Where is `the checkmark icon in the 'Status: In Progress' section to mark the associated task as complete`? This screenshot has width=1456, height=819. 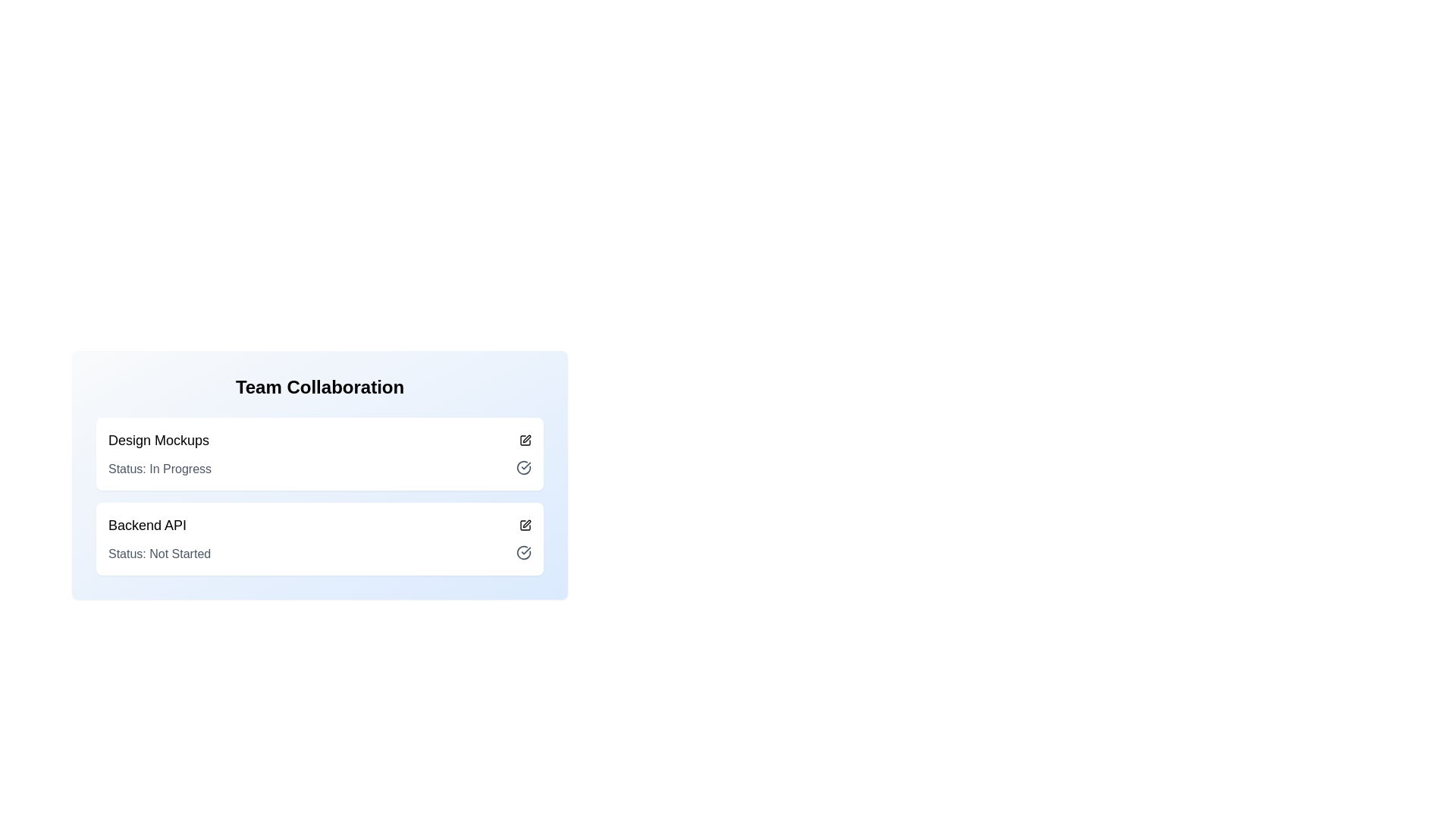 the checkmark icon in the 'Status: In Progress' section to mark the associated task as complete is located at coordinates (524, 467).